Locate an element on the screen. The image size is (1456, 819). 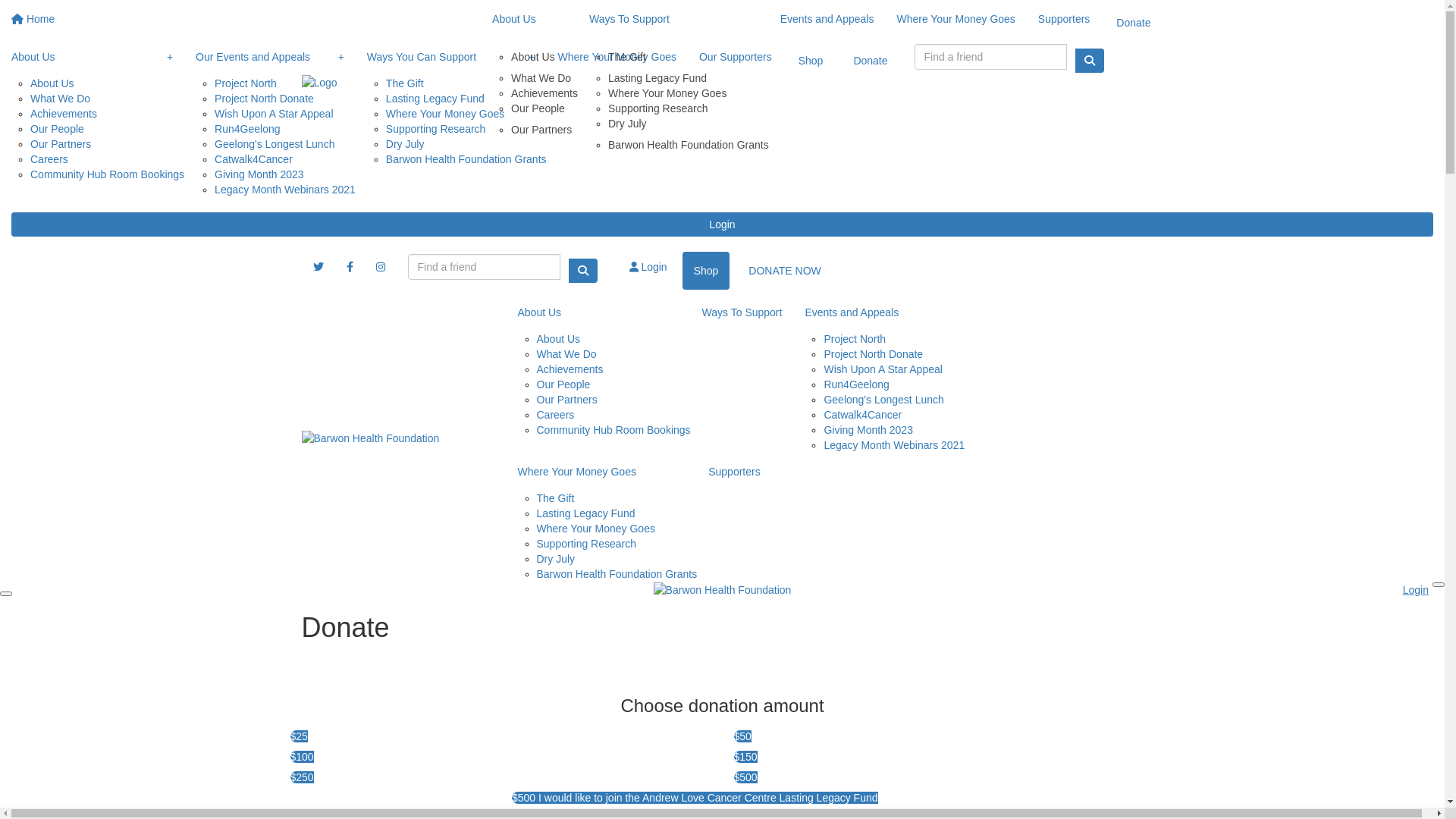
'Barwon Health Foundation Grants' is located at coordinates (607, 147).